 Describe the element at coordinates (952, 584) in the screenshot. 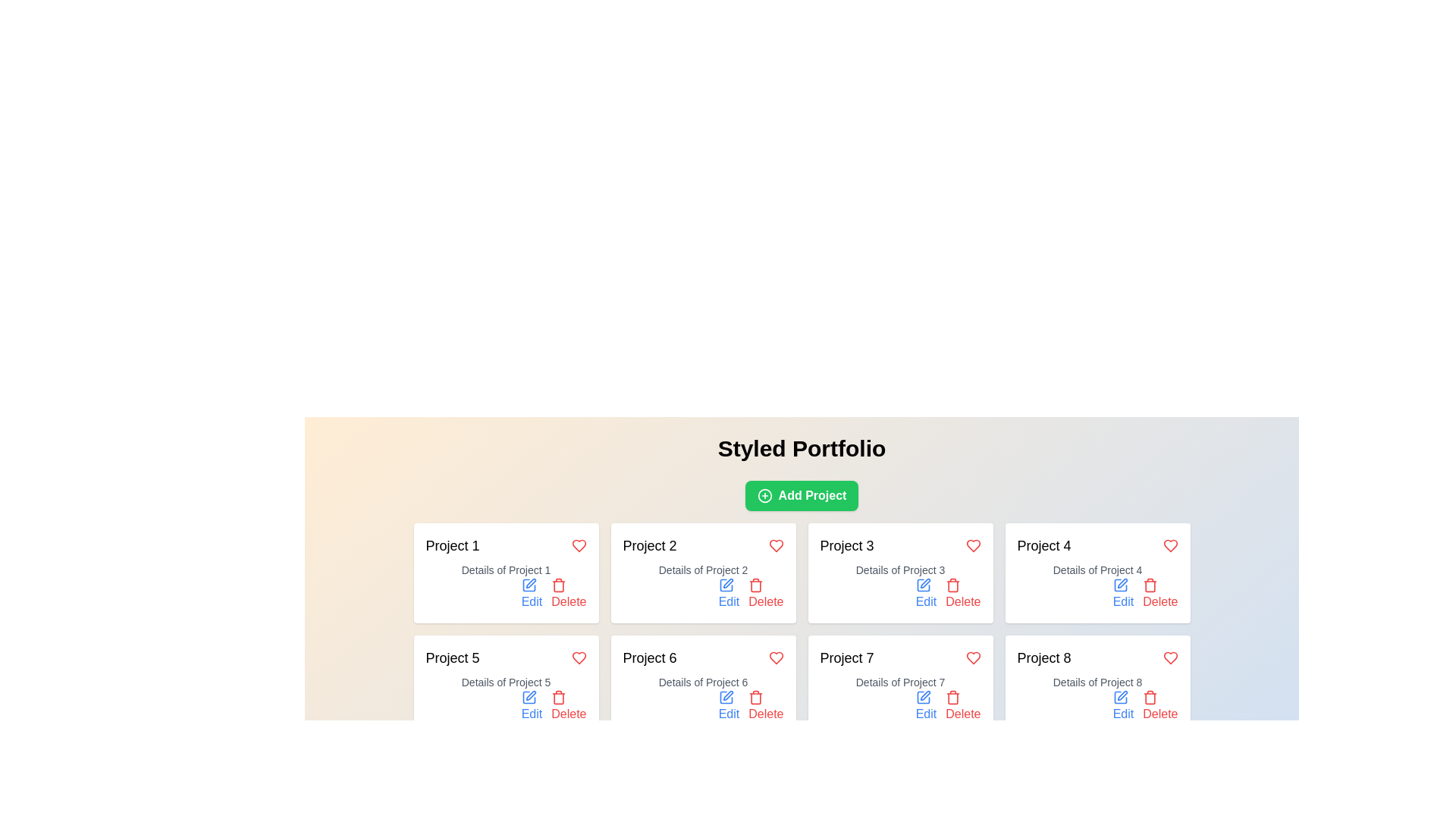

I see `the delete icon located below 'Project 3' in the grid view of the page` at that location.